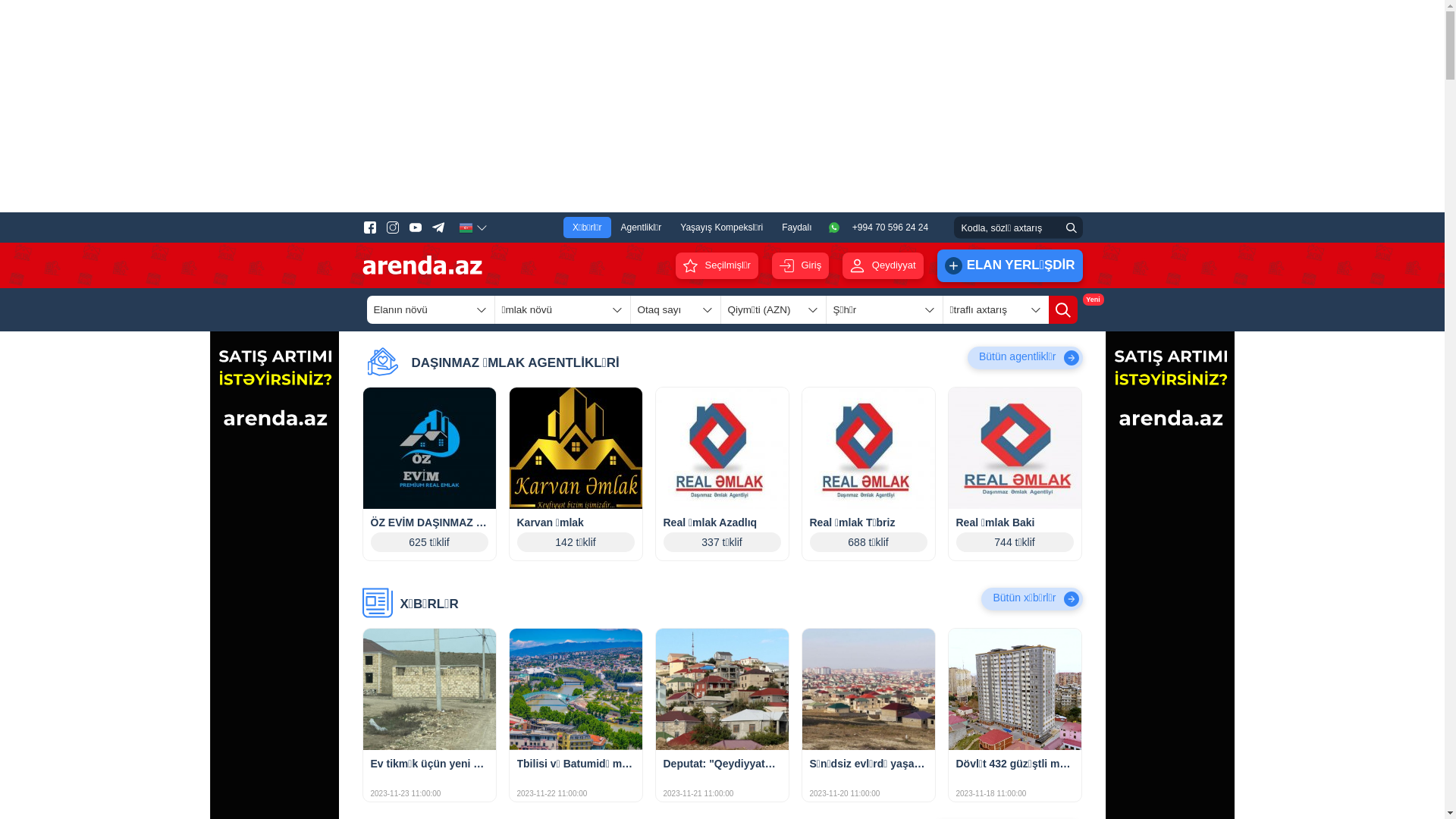  What do you see at coordinates (880, 227) in the screenshot?
I see `'+994 70 596 24 24'` at bounding box center [880, 227].